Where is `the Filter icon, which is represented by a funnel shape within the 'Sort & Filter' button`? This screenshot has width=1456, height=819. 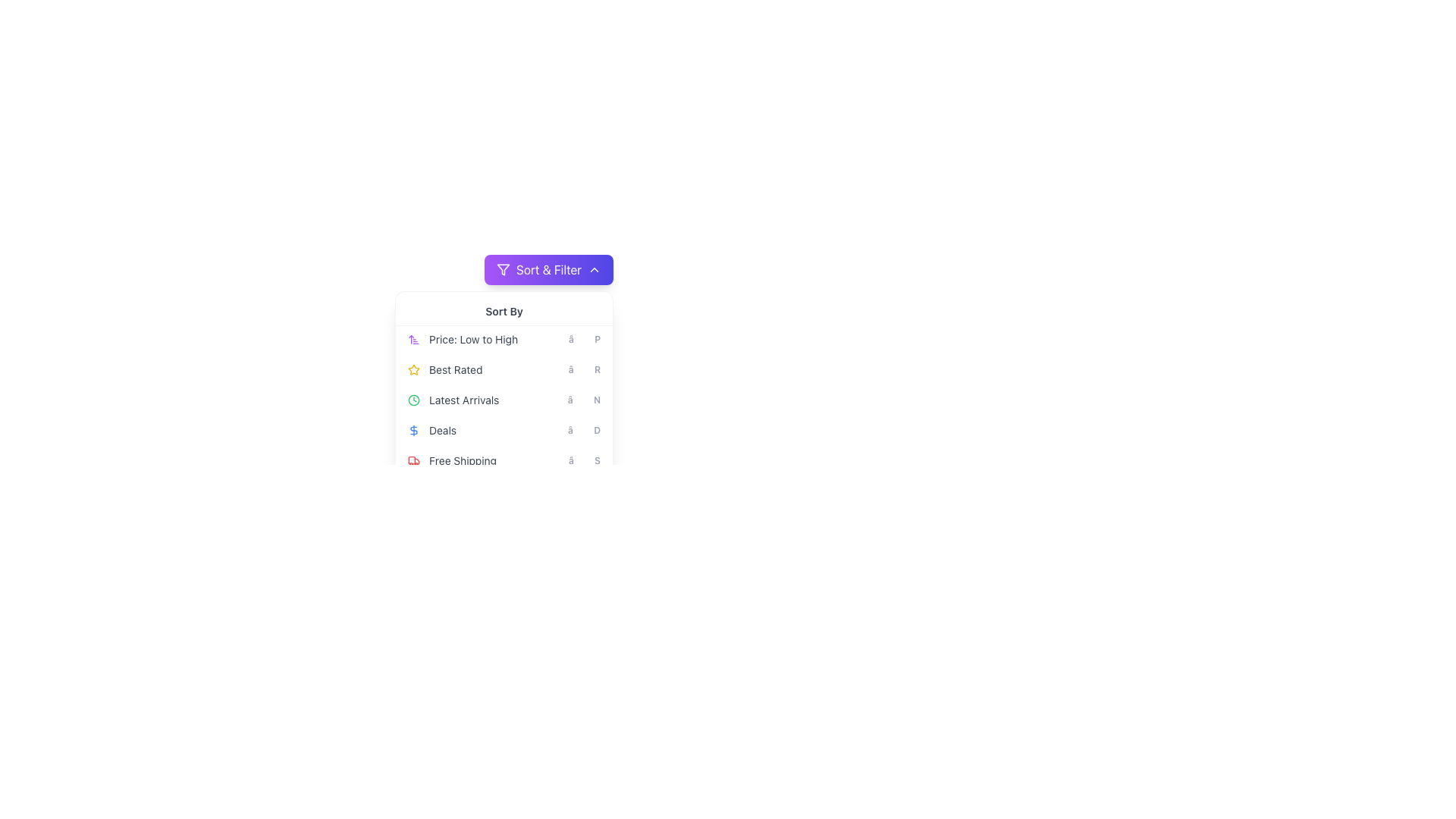
the Filter icon, which is represented by a funnel shape within the 'Sort & Filter' button is located at coordinates (503, 268).